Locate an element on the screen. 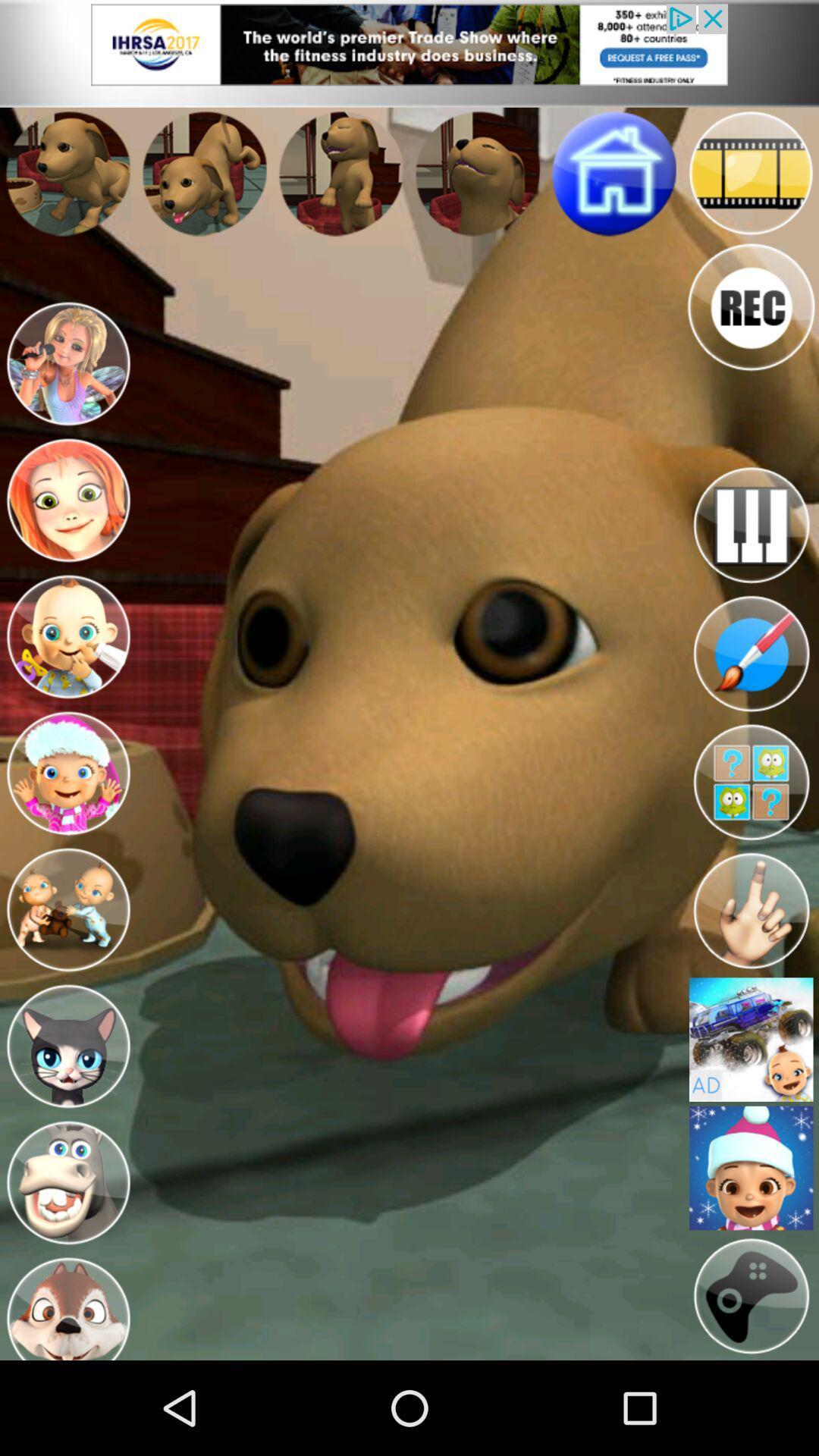  the pause icon is located at coordinates (751, 561).